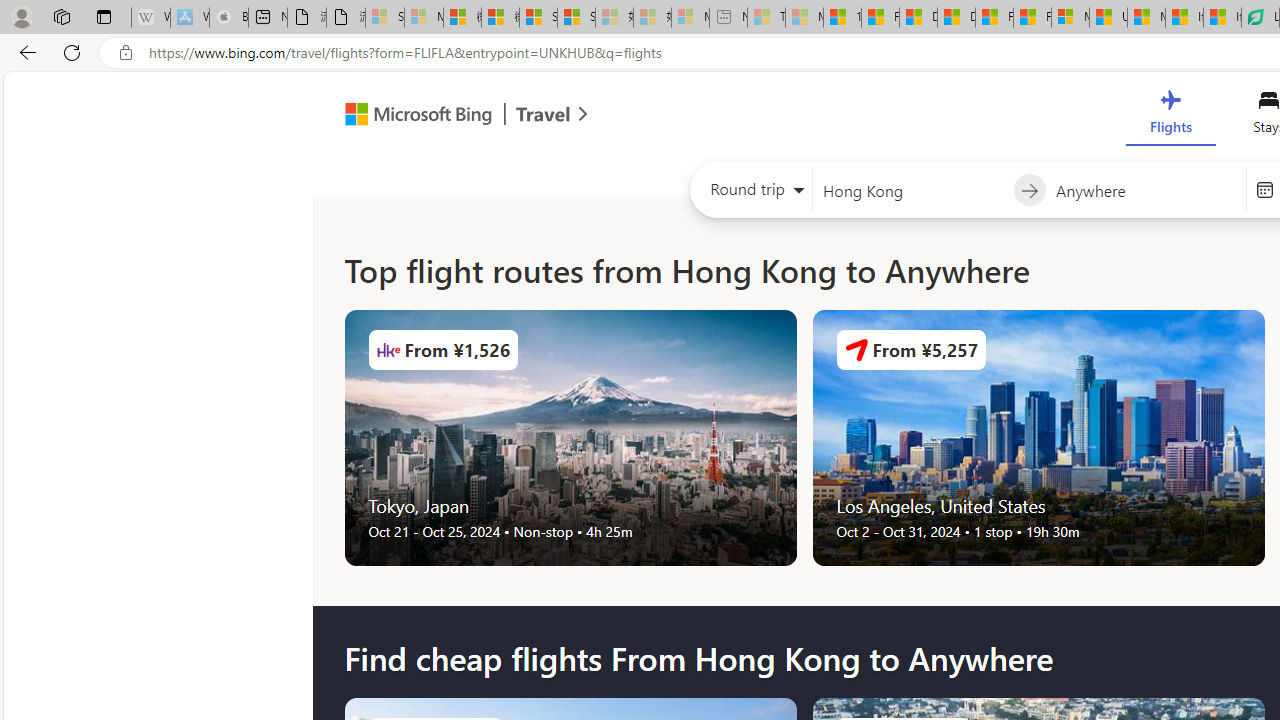  What do you see at coordinates (229, 17) in the screenshot?
I see `'Buy iPad - Apple - Sleeping'` at bounding box center [229, 17].